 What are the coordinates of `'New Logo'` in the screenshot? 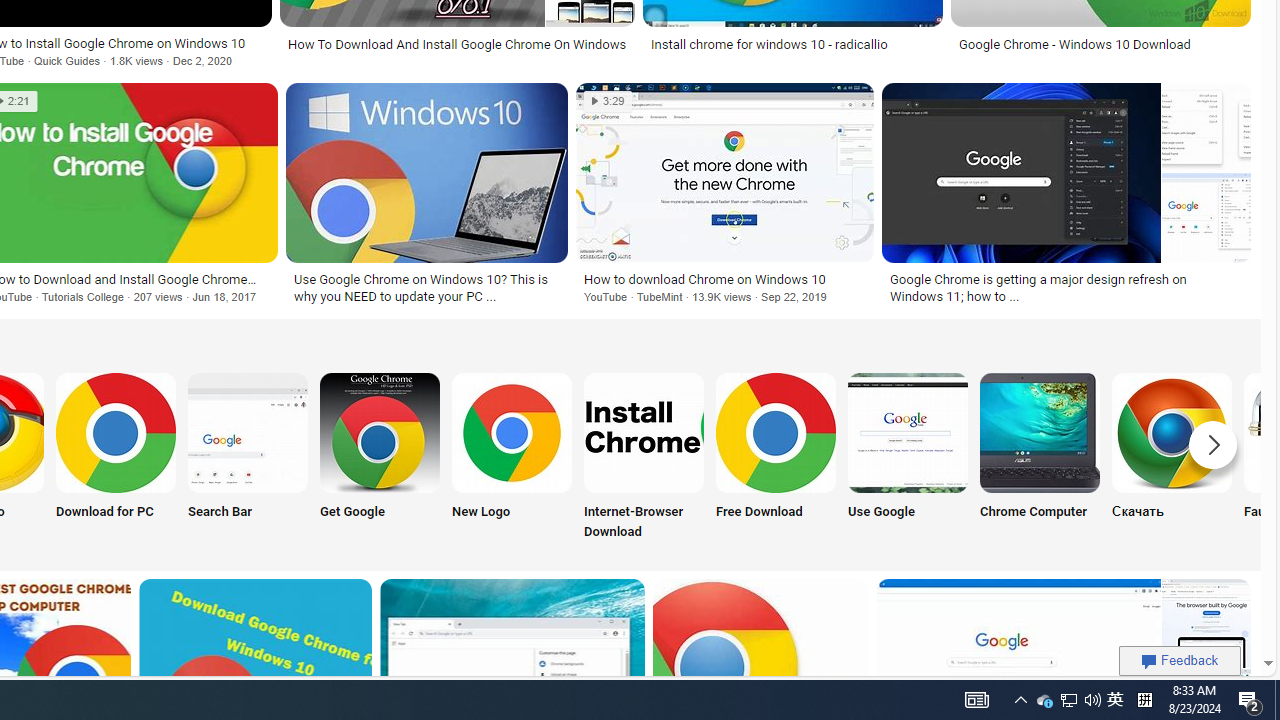 It's located at (512, 457).